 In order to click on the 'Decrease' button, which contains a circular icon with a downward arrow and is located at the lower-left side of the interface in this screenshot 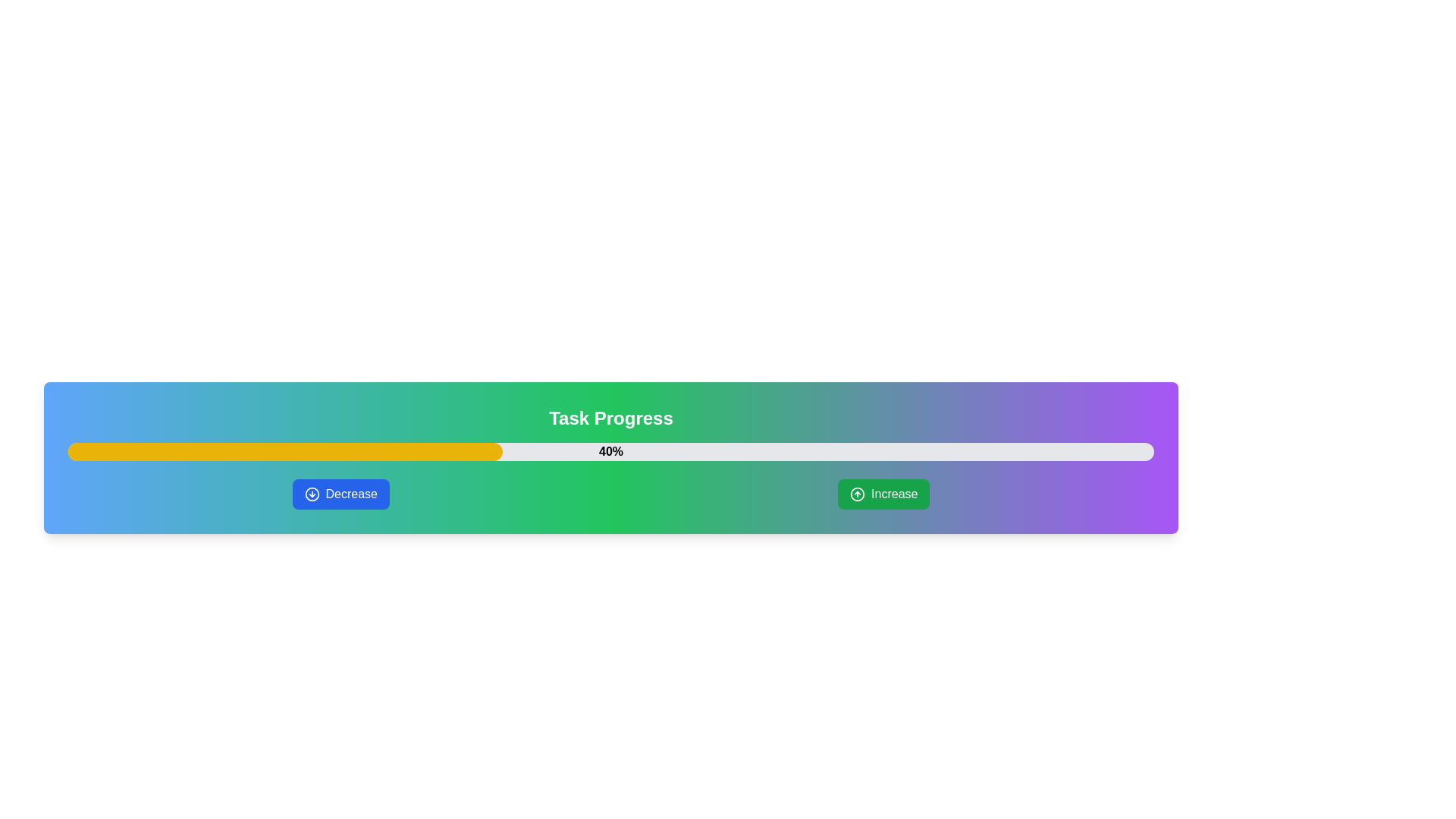, I will do `click(311, 494)`.